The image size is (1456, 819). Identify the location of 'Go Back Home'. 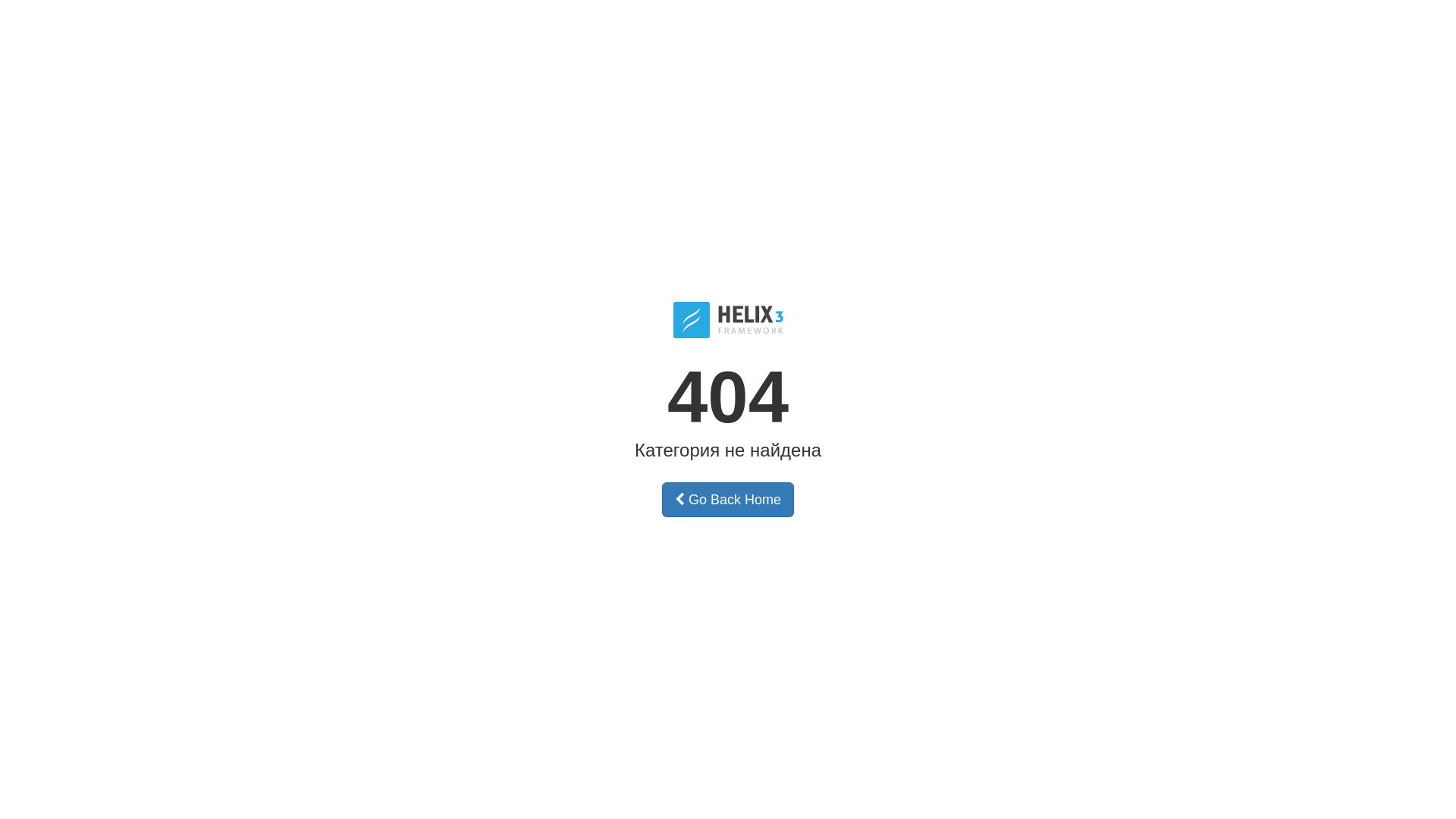
(662, 500).